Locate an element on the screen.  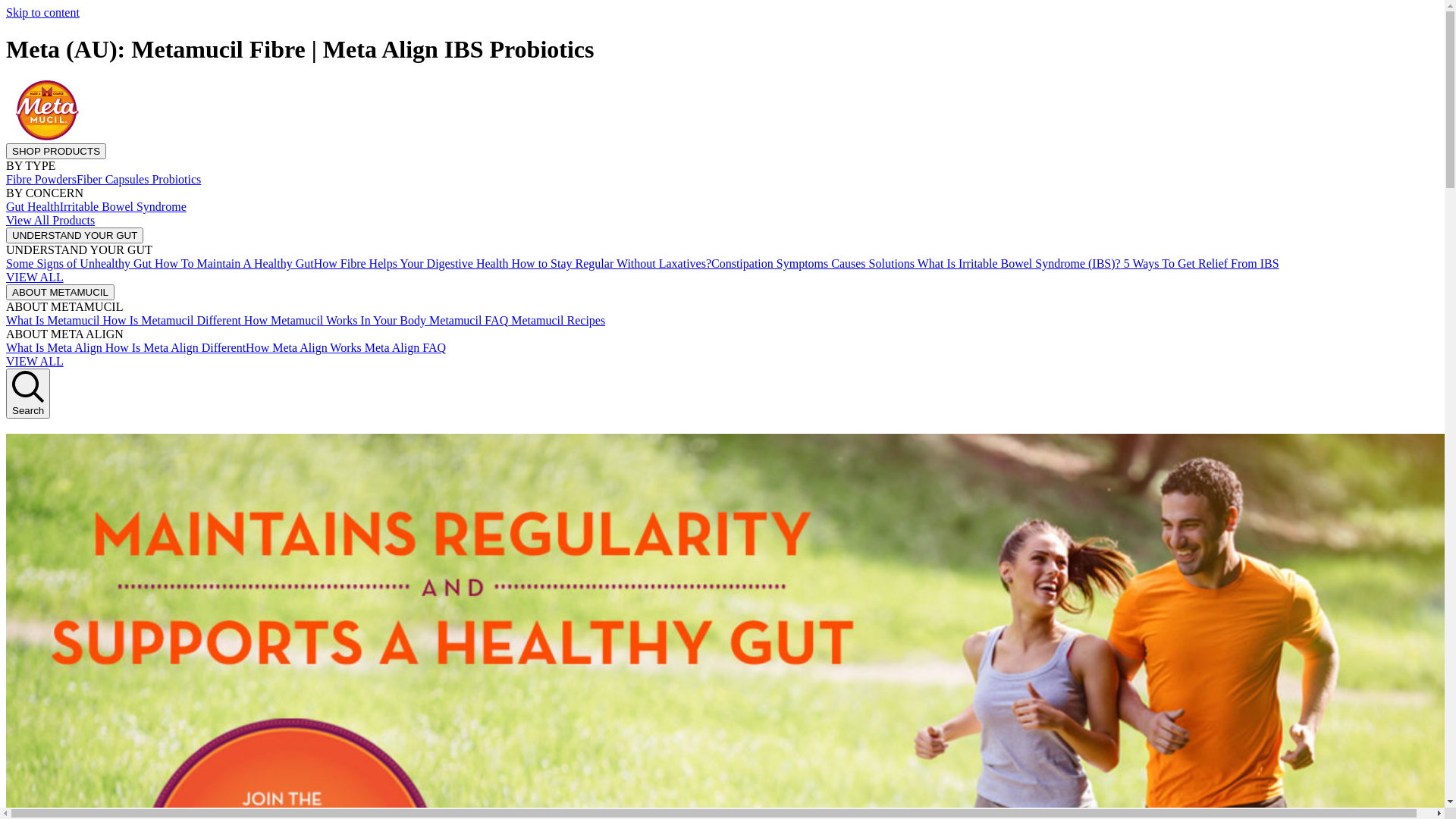
'UNDERSTAND YOUR GUT' is located at coordinates (6, 235).